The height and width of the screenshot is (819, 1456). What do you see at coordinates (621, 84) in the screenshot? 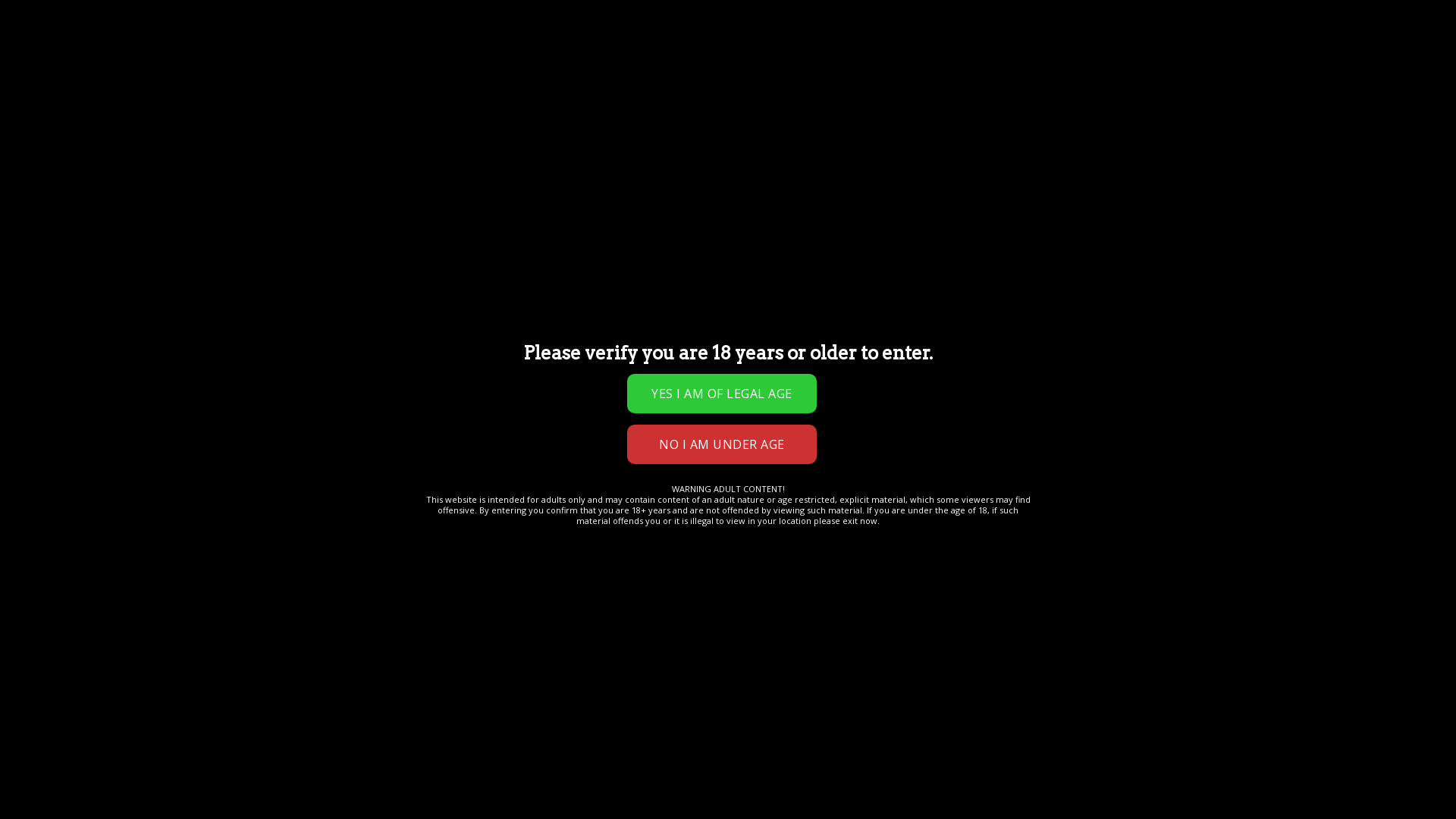
I see `'SOLVENTLESS'` at bounding box center [621, 84].